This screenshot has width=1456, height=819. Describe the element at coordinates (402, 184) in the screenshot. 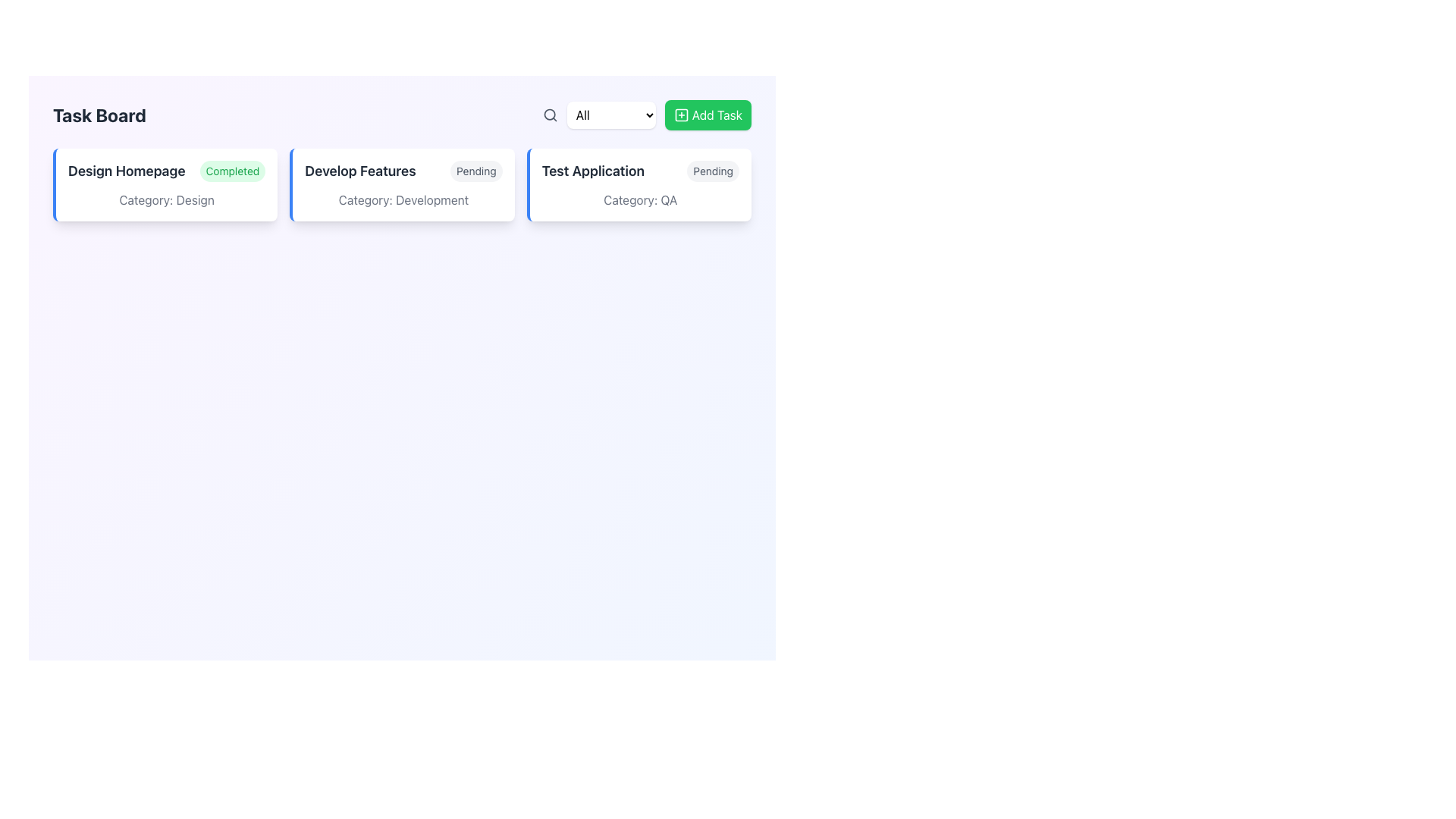

I see `the white card with rounded corners that has a bold title, a 'Pending' status indicator with a gray background, and a smaller category descriptor, located centrally as the second card in a row of three` at that location.